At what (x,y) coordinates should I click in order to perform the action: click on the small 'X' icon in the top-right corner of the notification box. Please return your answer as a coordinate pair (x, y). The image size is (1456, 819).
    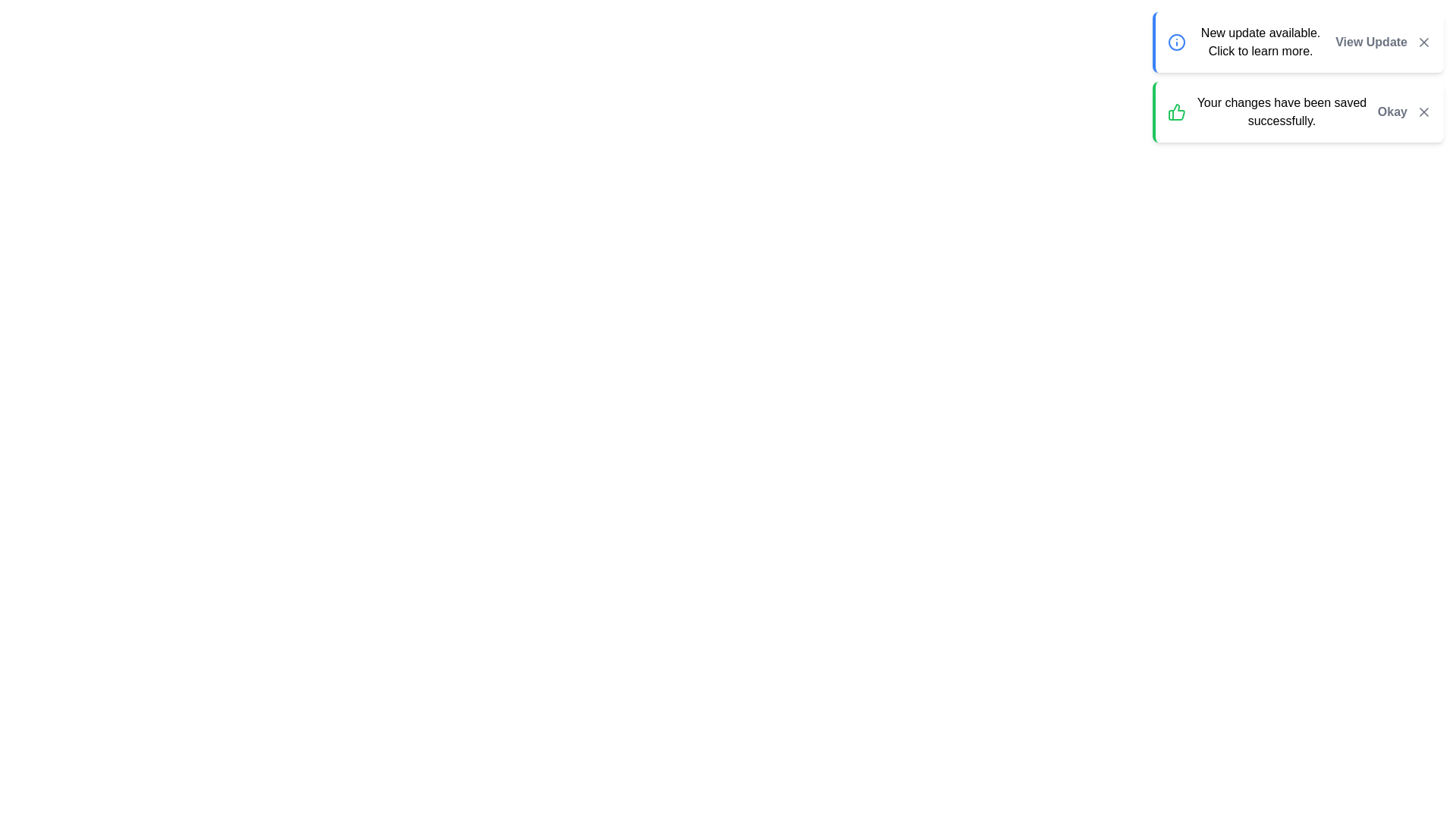
    Looking at the image, I should click on (1423, 111).